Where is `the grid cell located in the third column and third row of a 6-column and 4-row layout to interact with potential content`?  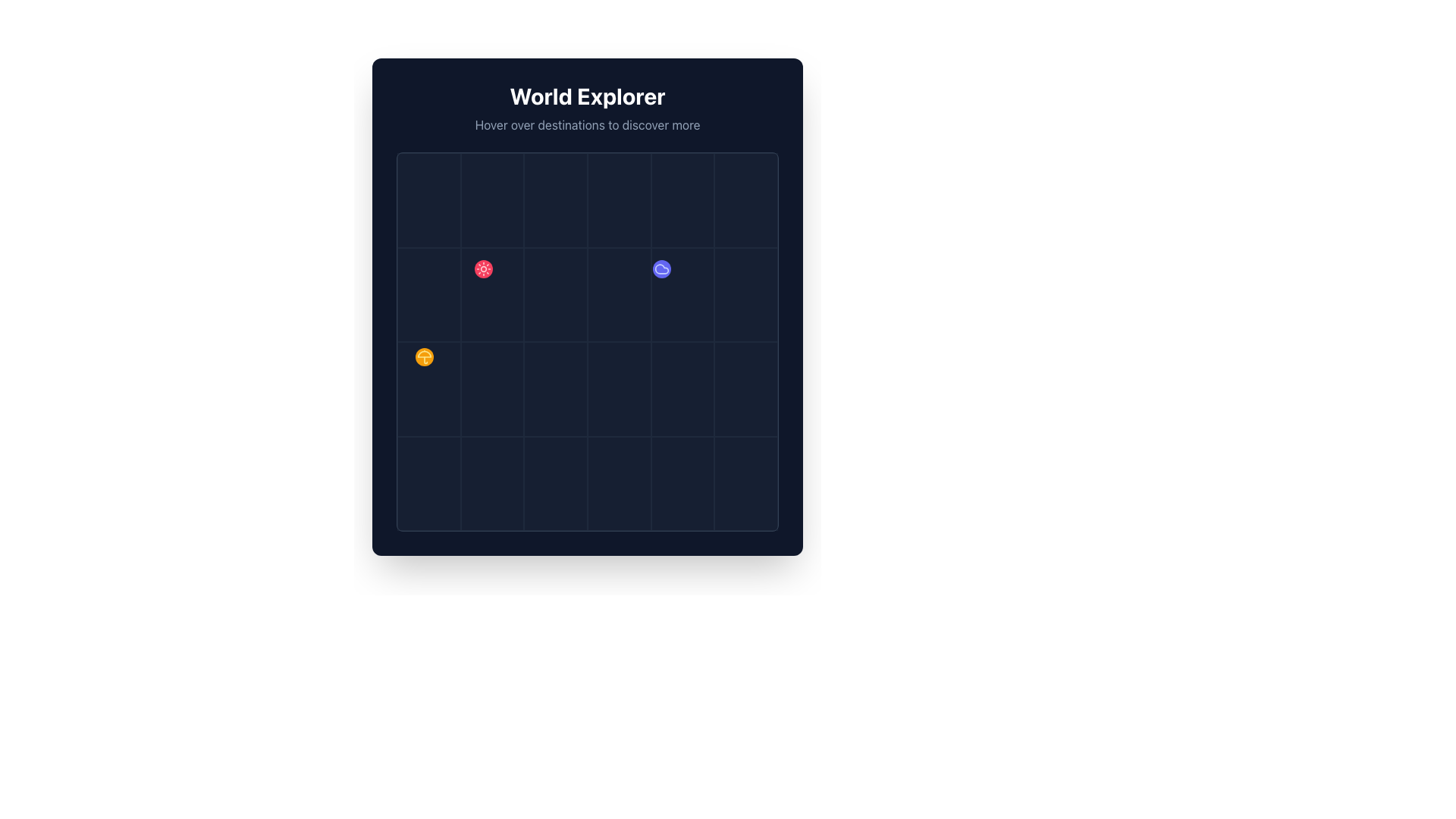
the grid cell located in the third column and third row of a 6-column and 4-row layout to interact with potential content is located at coordinates (619, 388).